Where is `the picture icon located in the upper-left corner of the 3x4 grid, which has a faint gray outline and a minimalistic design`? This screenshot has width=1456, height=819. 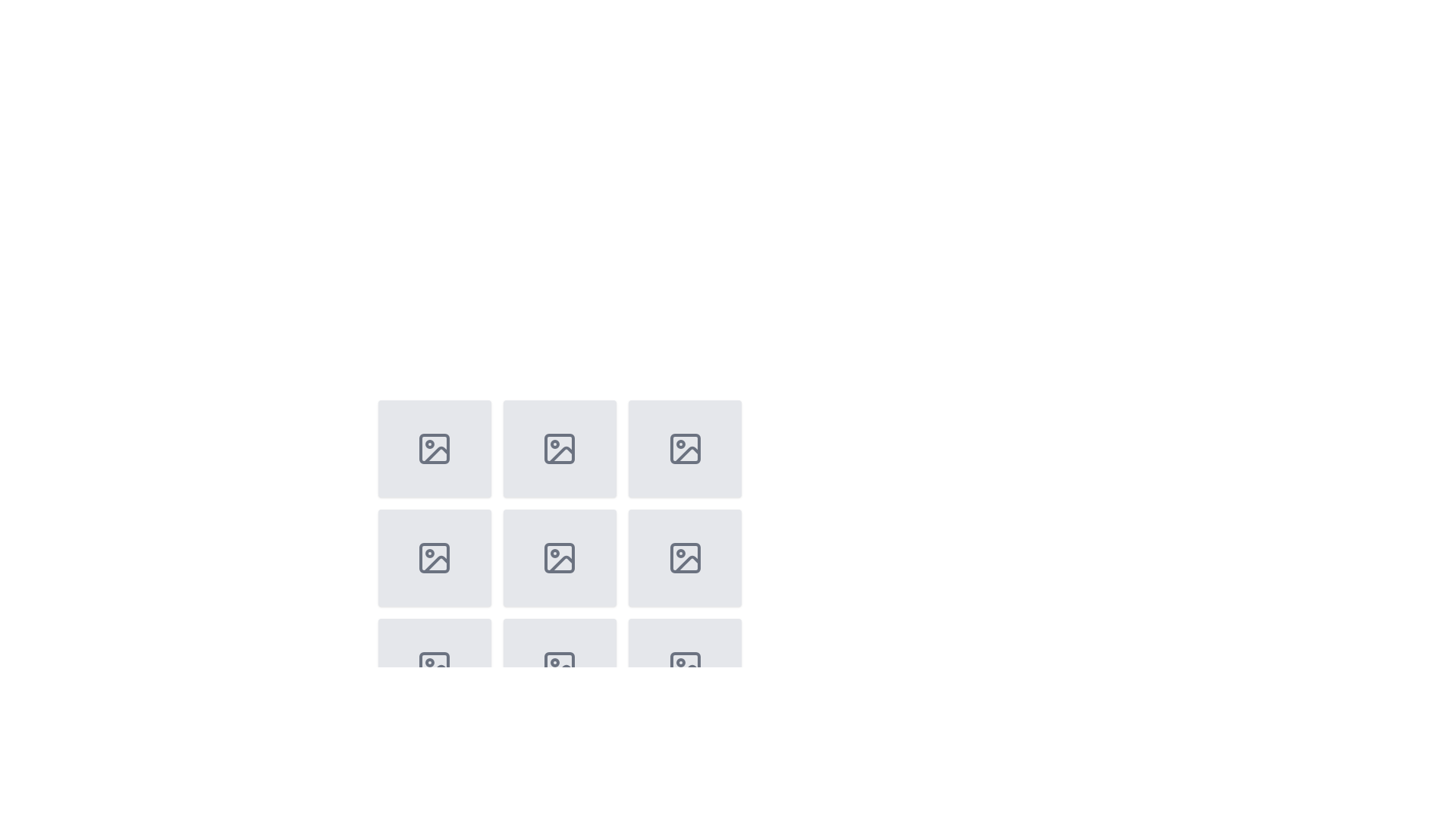
the picture icon located in the upper-left corner of the 3x4 grid, which has a faint gray outline and a minimalistic design is located at coordinates (434, 447).